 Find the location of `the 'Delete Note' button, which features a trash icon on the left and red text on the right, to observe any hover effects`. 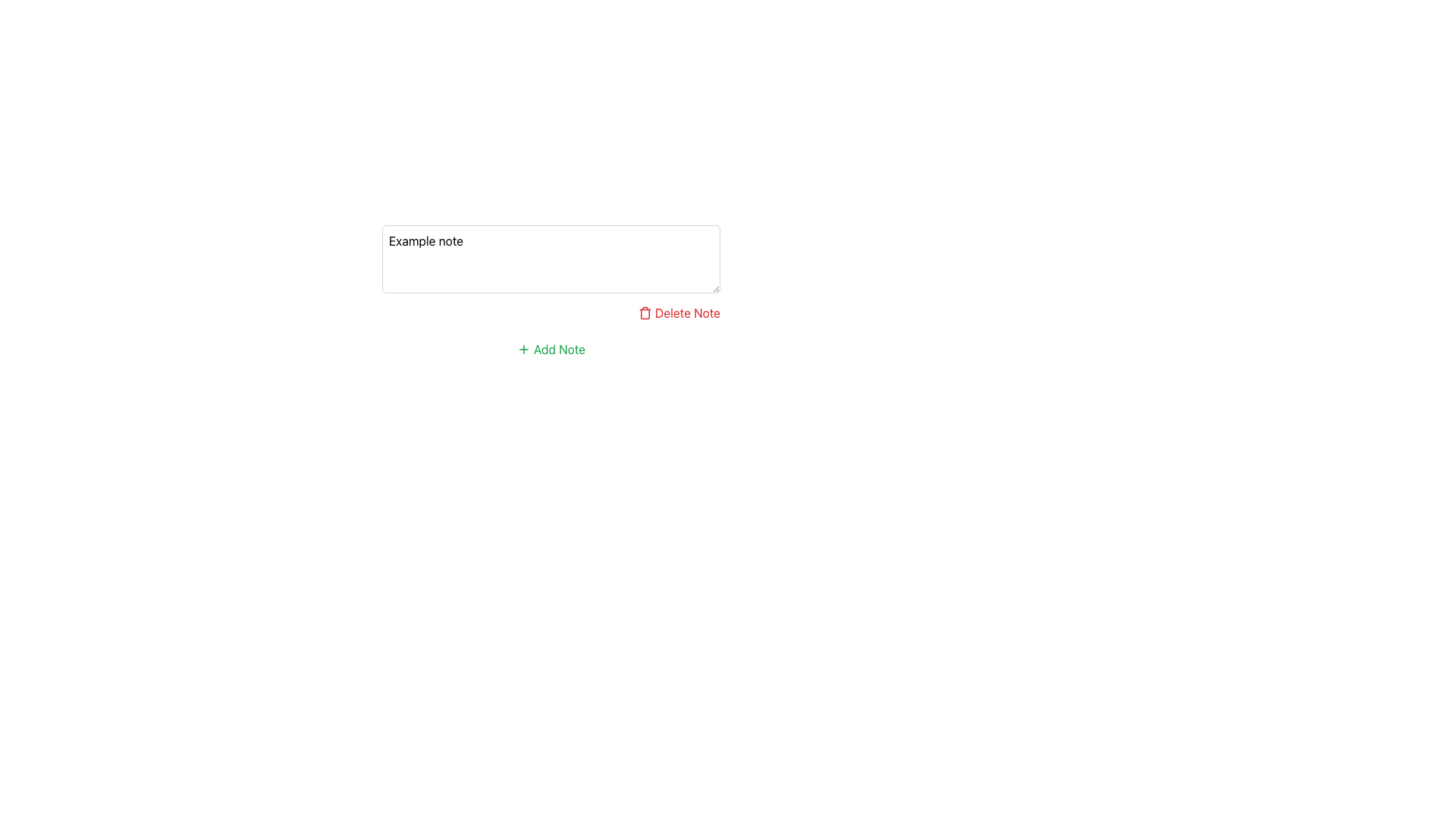

the 'Delete Note' button, which features a trash icon on the left and red text on the right, to observe any hover effects is located at coordinates (679, 312).